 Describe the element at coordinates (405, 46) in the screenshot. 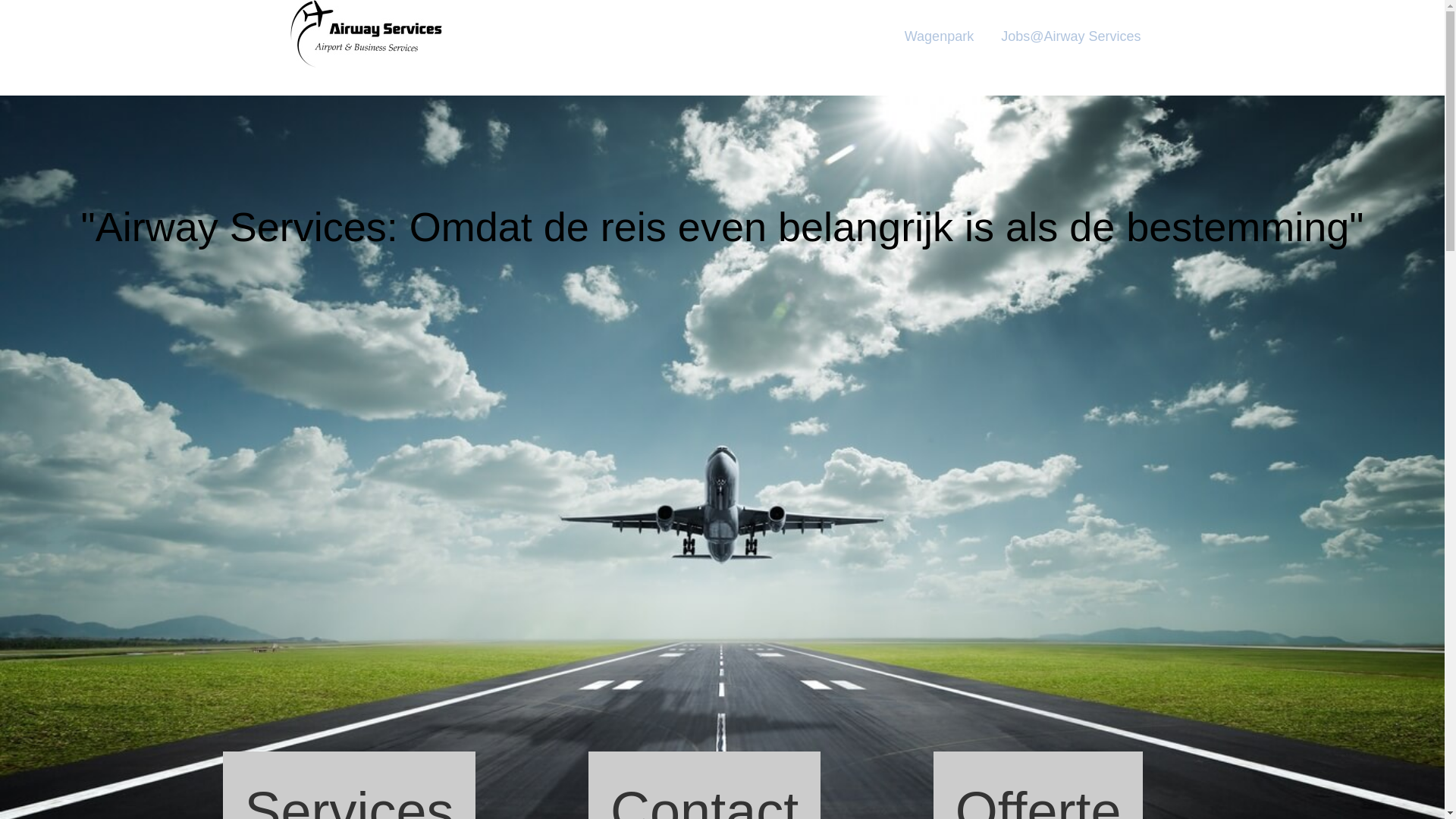

I see `'Airway'` at that location.